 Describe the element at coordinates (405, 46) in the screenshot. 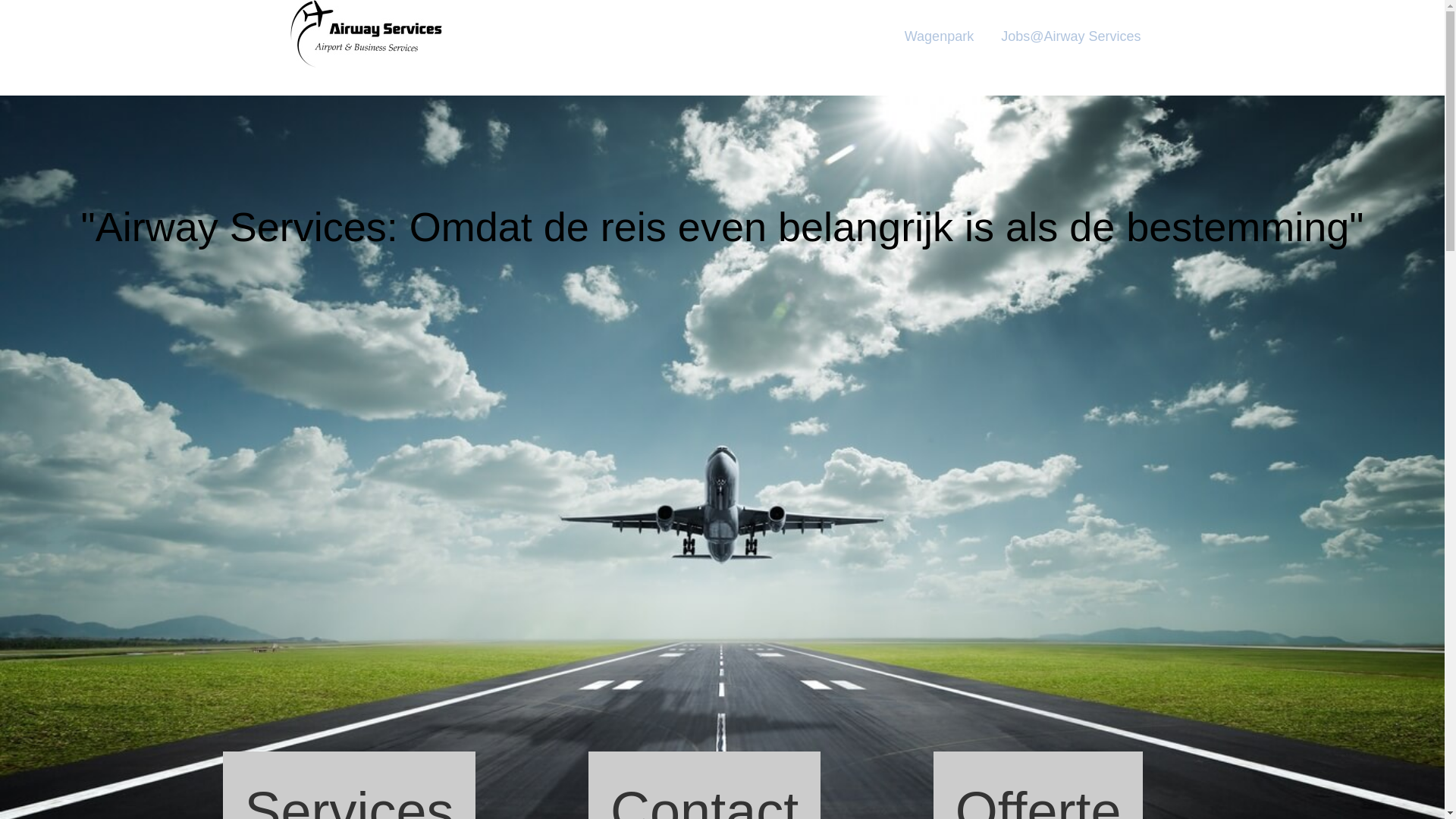

I see `'Airway'` at that location.